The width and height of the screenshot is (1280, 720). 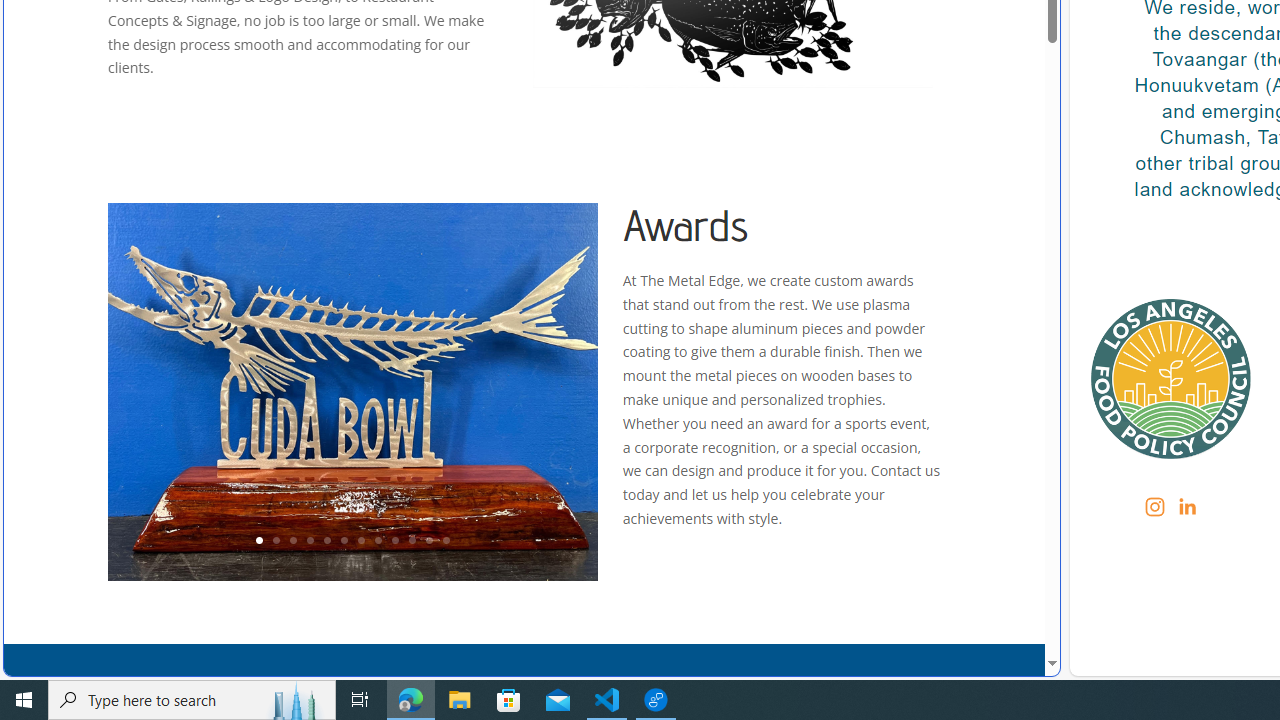 I want to click on 'Class: sqs-svg-icon--social', so click(x=1187, y=505).